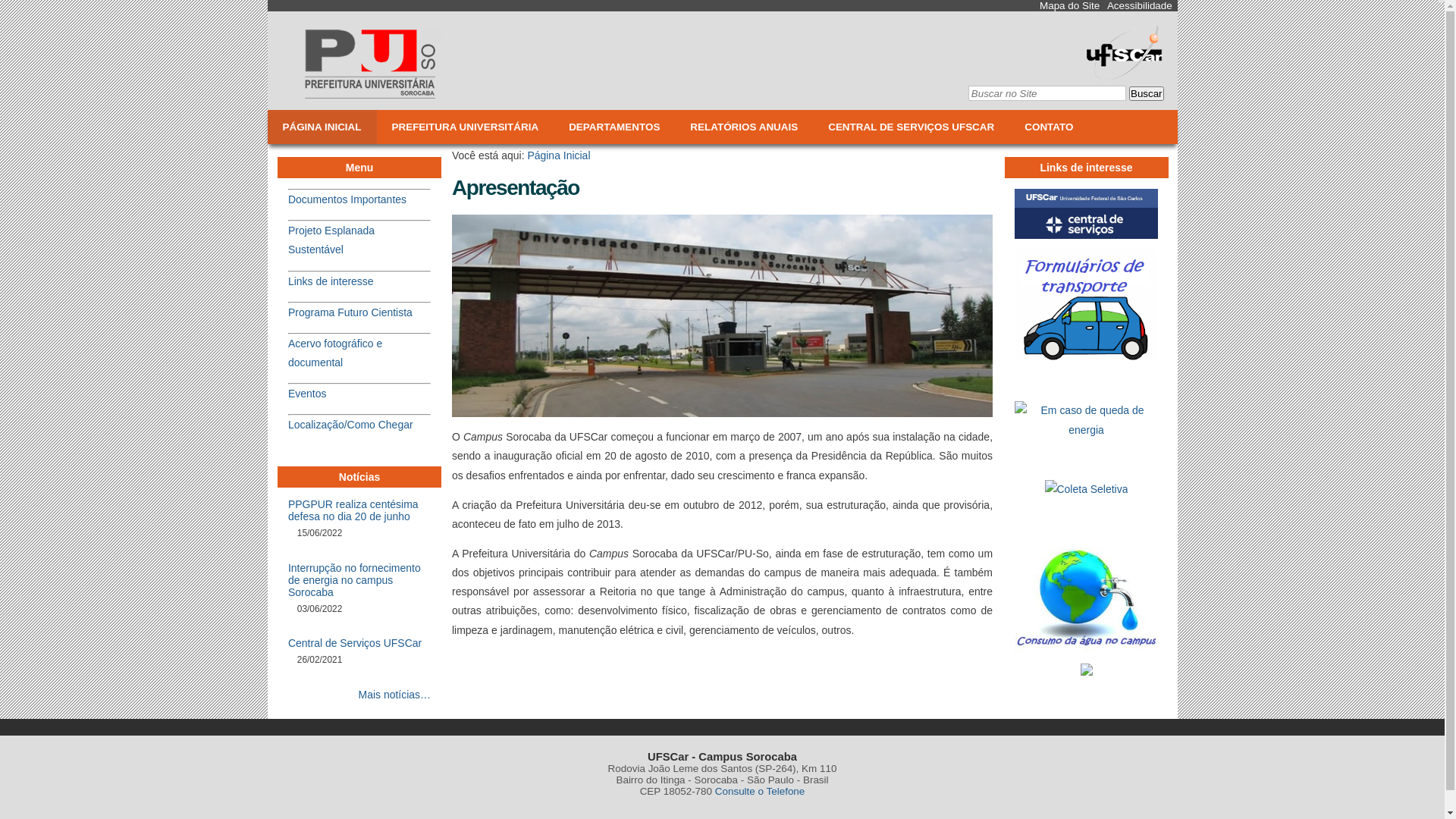 The width and height of the screenshot is (1456, 819). Describe the element at coordinates (1015, 433) in the screenshot. I see `'Queda de energia'` at that location.